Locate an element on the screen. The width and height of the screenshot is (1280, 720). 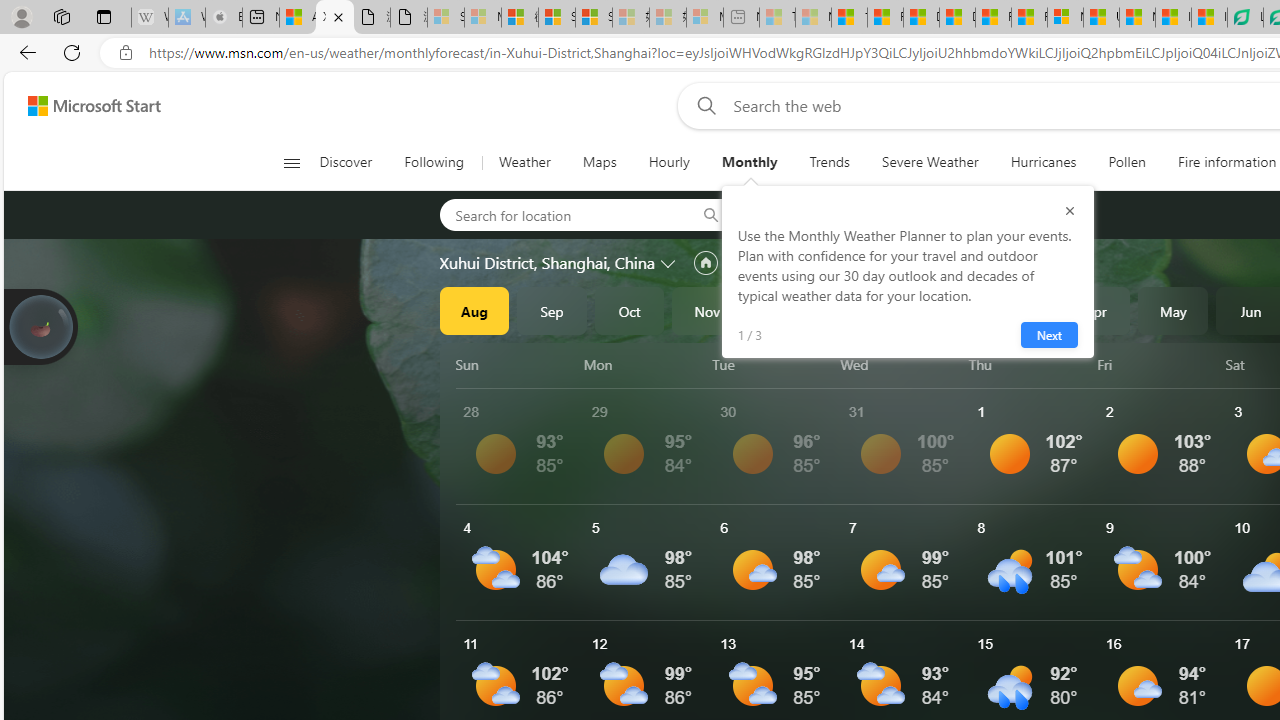
'May' is located at coordinates (1173, 311).